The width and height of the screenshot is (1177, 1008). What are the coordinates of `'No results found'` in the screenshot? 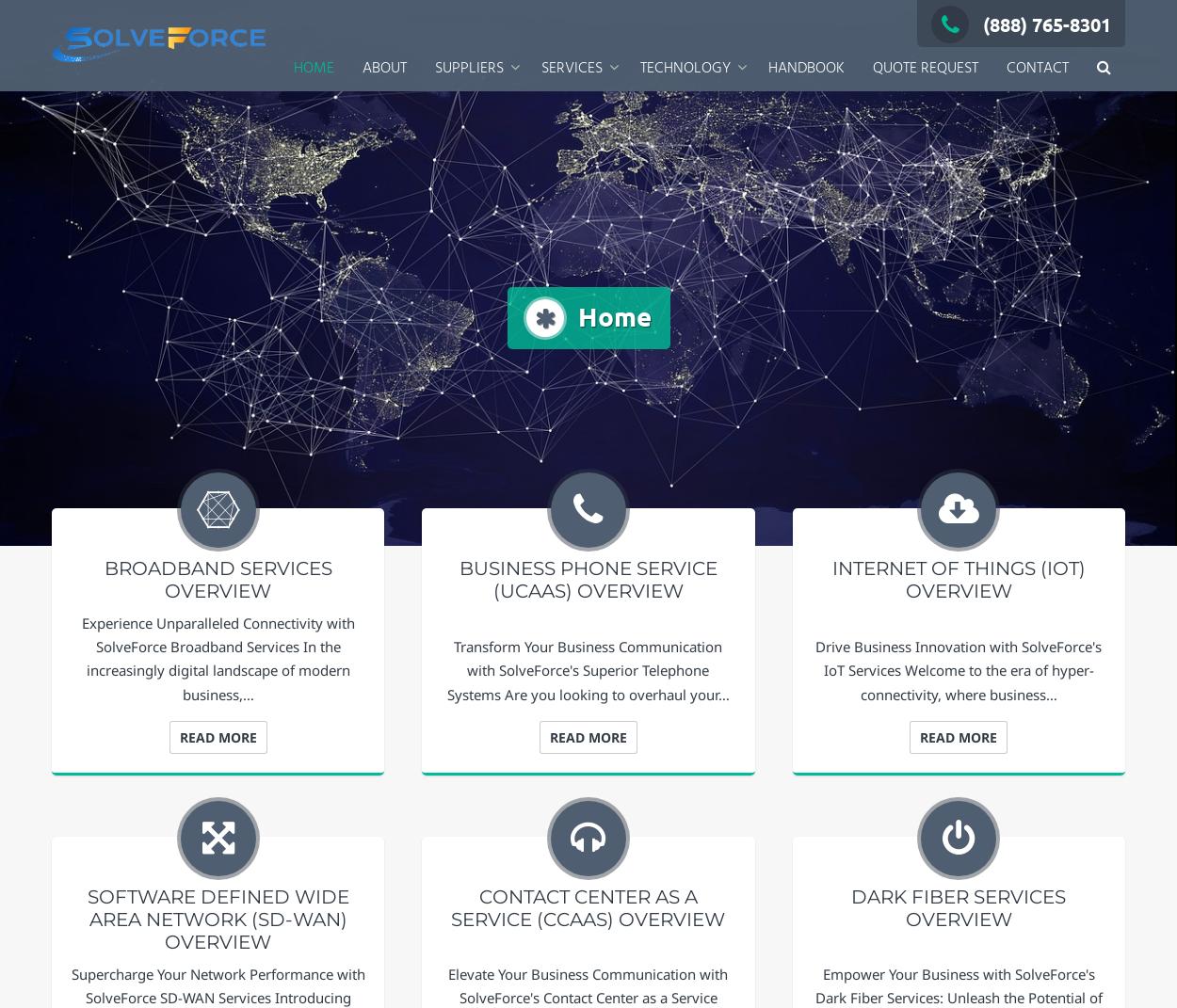 It's located at (189, 126).